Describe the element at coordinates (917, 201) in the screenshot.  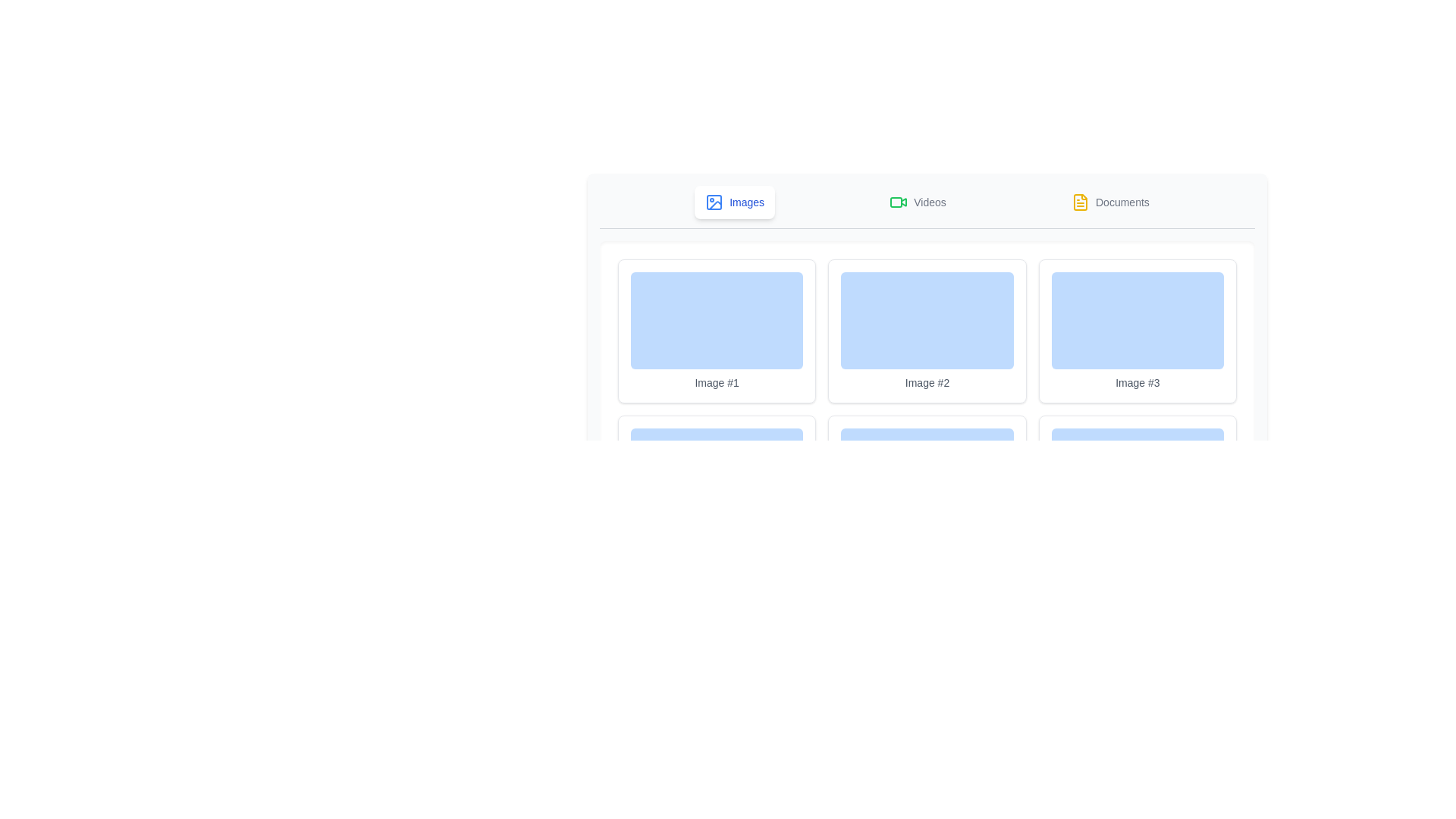
I see `the second button in the horizontal row at the top of the interface` at that location.